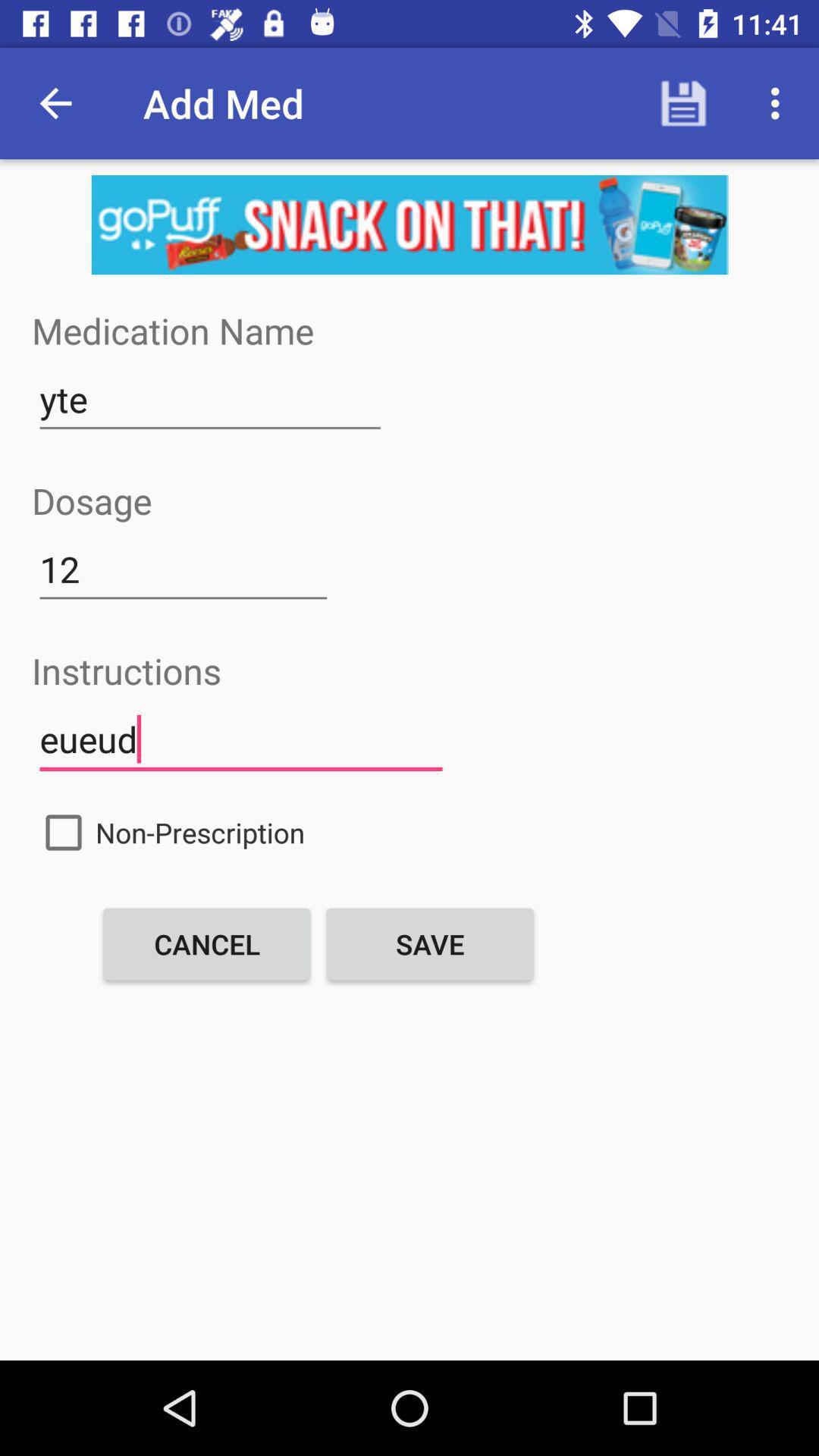  Describe the element at coordinates (430, 943) in the screenshot. I see `tap on the save option just right to cancel` at that location.